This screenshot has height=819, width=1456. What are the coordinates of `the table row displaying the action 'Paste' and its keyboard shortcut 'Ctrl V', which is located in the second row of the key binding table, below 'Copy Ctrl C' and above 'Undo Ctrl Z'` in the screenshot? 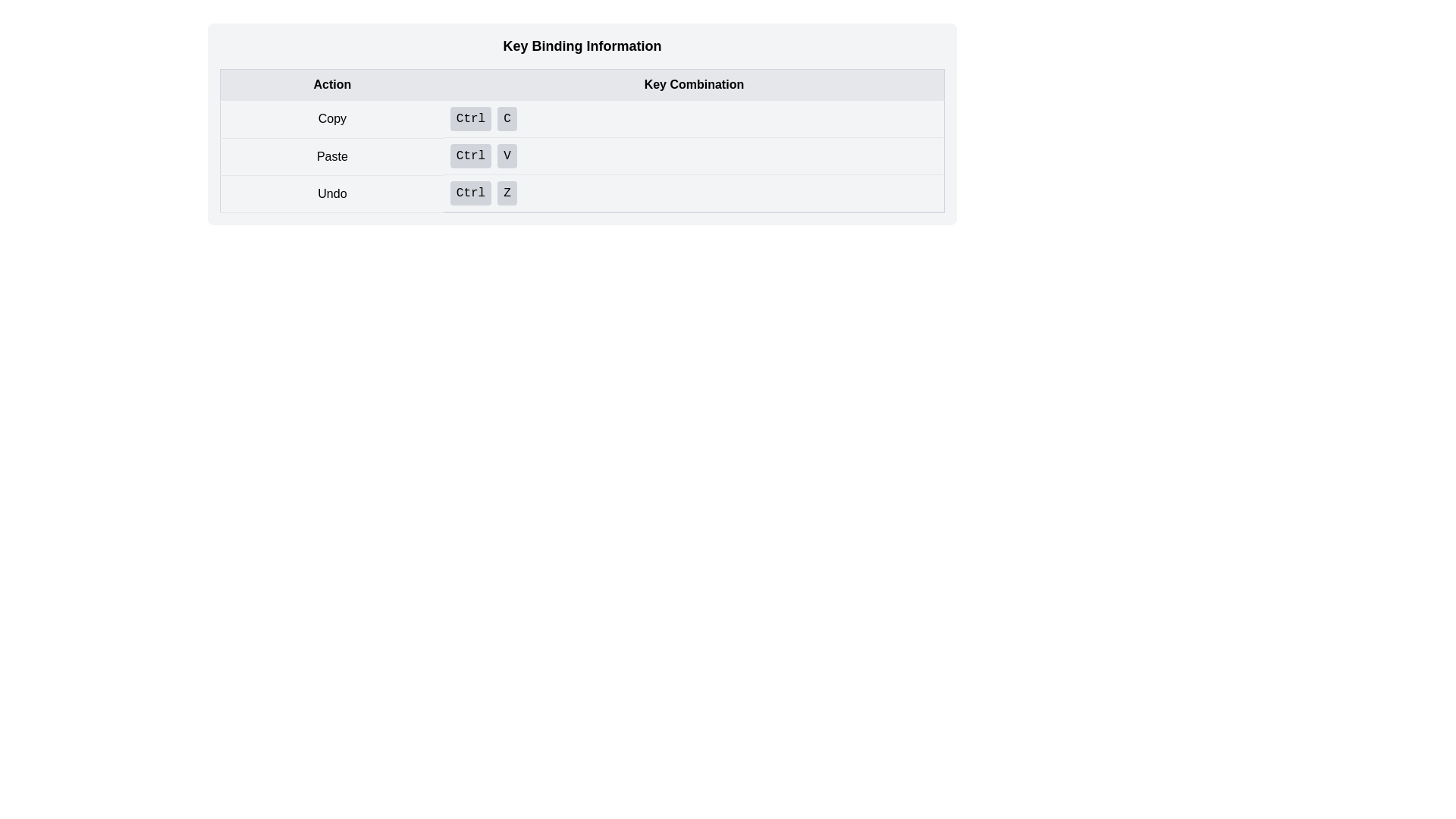 It's located at (582, 156).